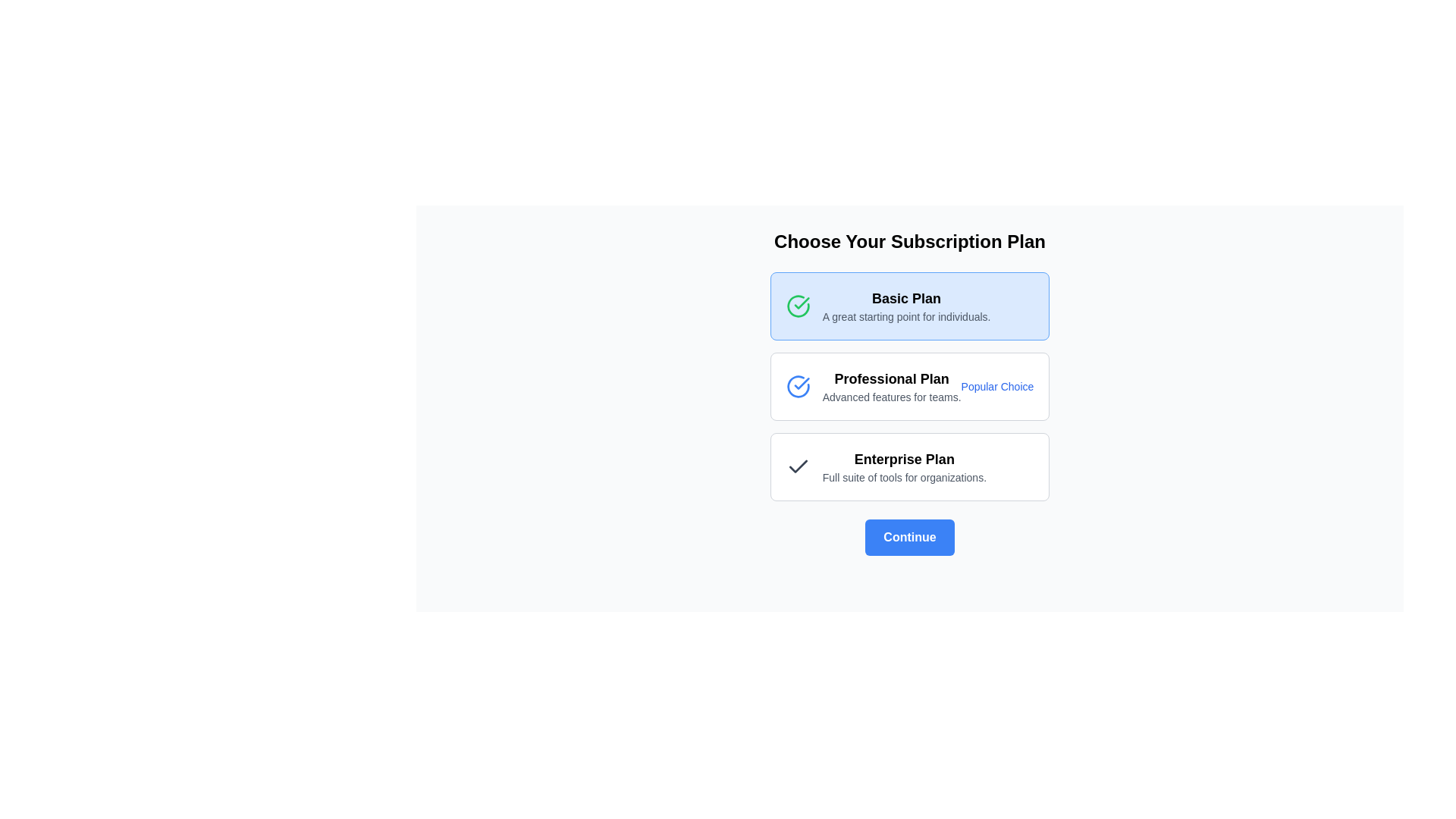 This screenshot has height=819, width=1456. Describe the element at coordinates (904, 476) in the screenshot. I see `the Text Label that provides additional descriptive information about the 'Enterprise Plan', located immediately beneath the heading 'Enterprise Plan'` at that location.